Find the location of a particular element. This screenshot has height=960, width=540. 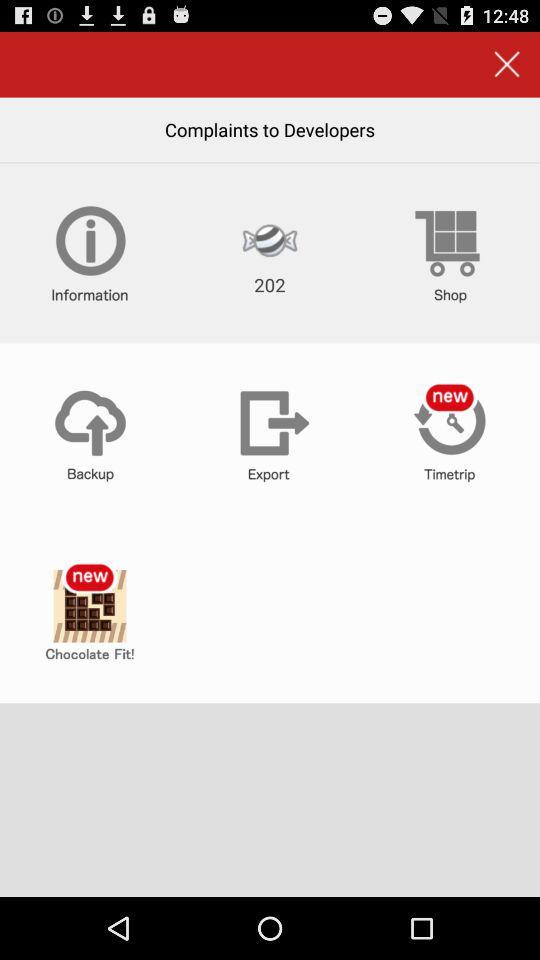

export compliant information is located at coordinates (270, 433).